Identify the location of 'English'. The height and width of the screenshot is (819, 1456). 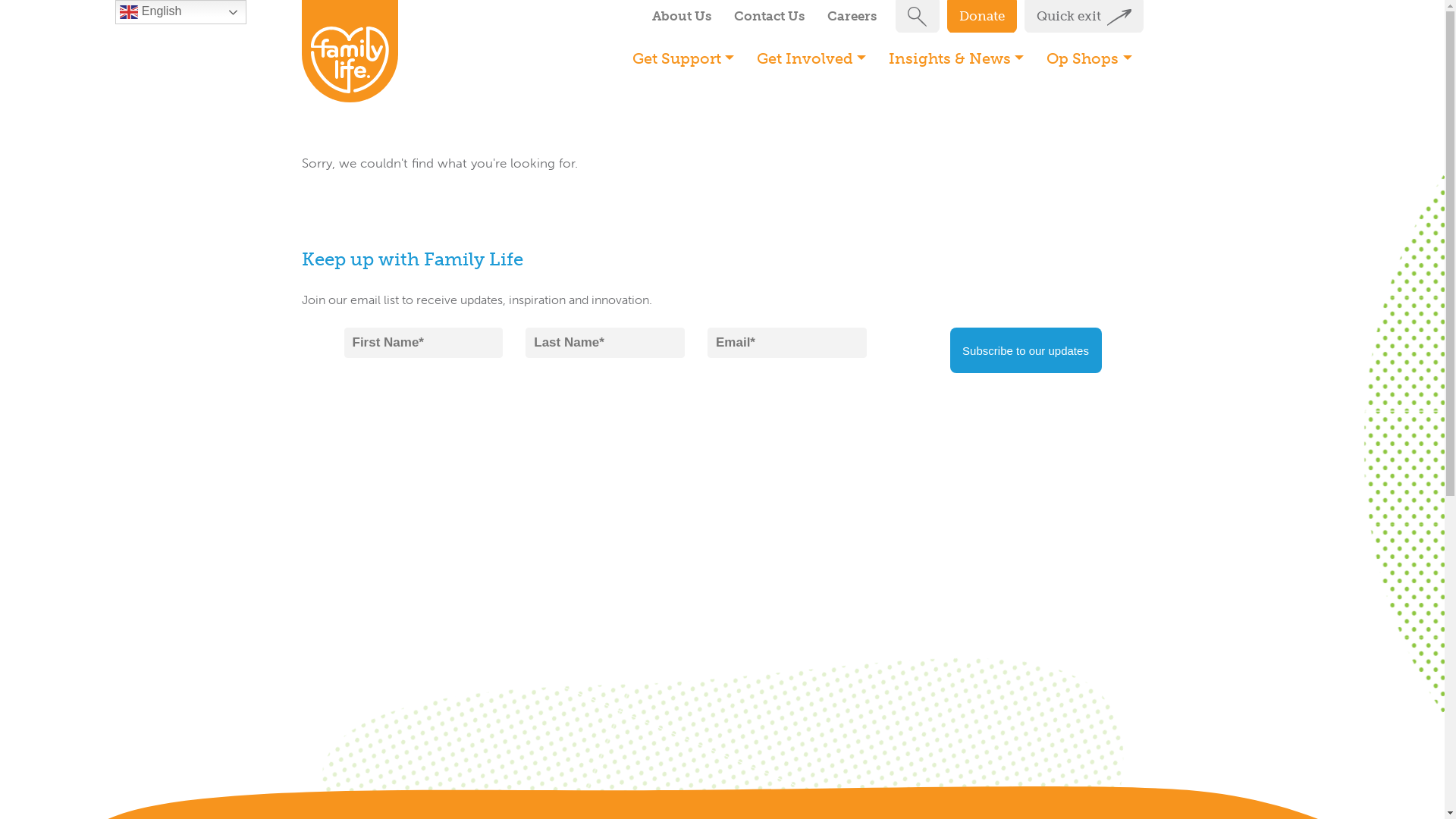
(180, 11).